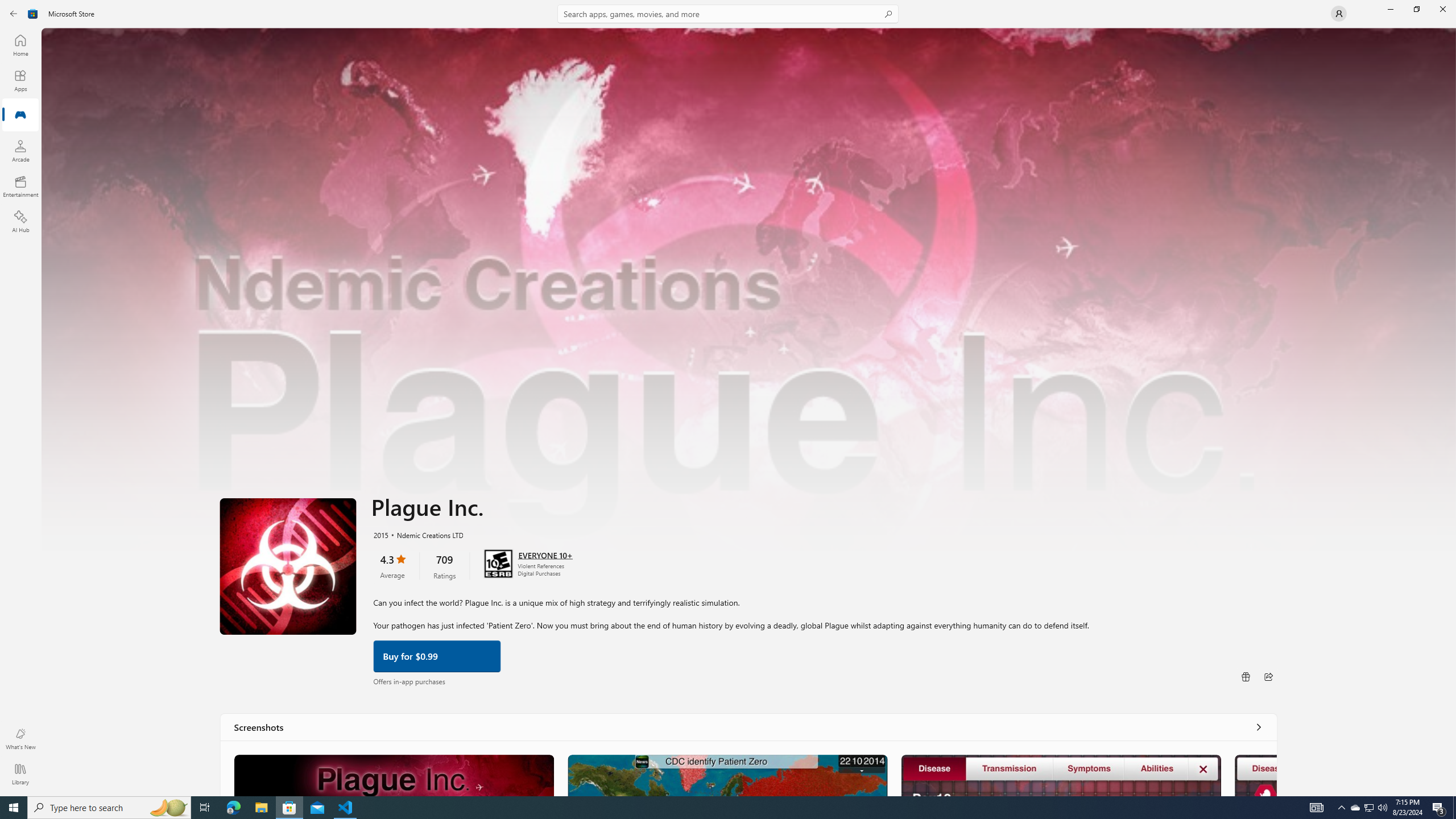 Image resolution: width=1456 pixels, height=819 pixels. Describe the element at coordinates (19, 185) in the screenshot. I see `'Entertainment'` at that location.